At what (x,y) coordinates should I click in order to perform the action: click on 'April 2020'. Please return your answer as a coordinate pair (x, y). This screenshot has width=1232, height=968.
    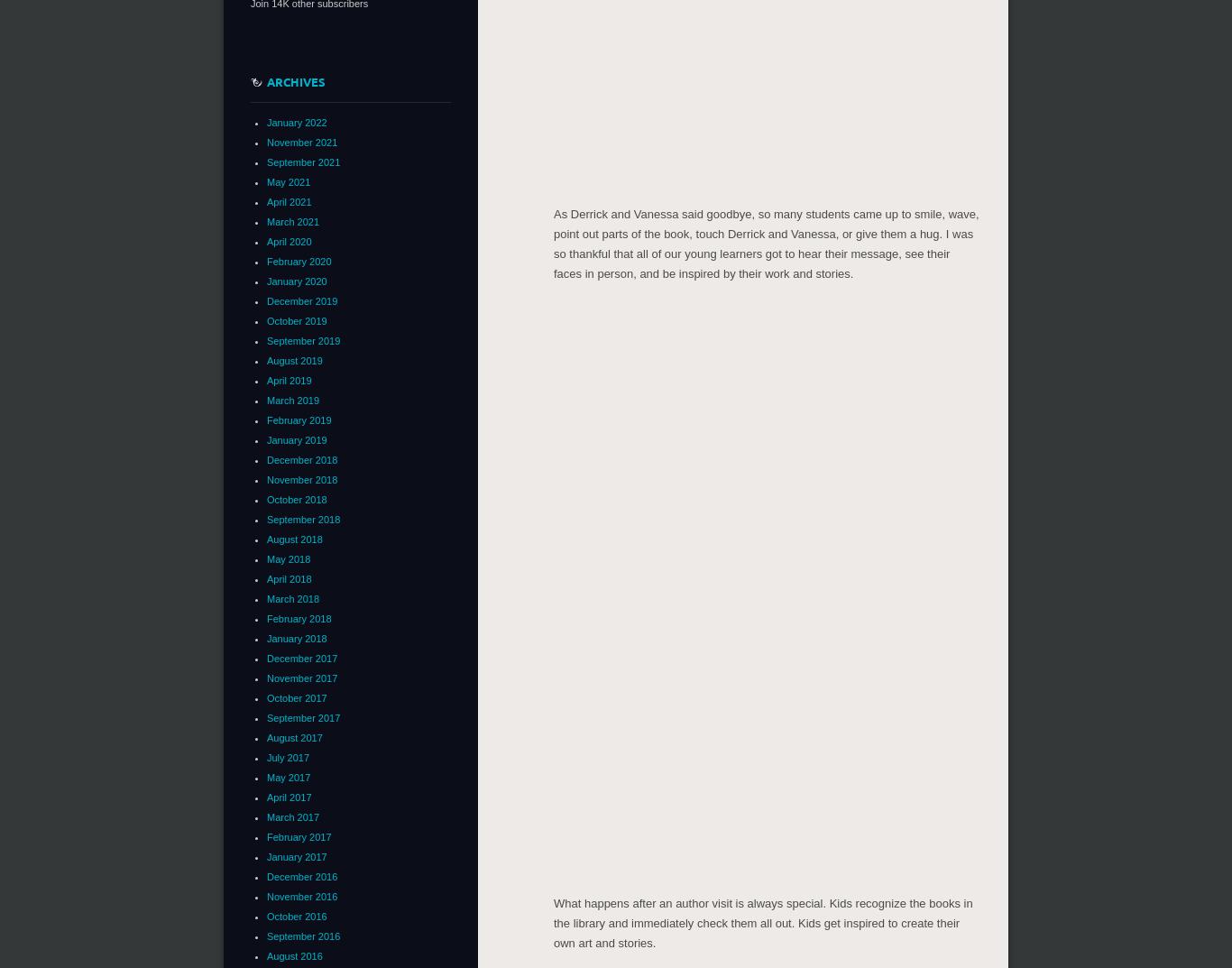
    Looking at the image, I should click on (289, 239).